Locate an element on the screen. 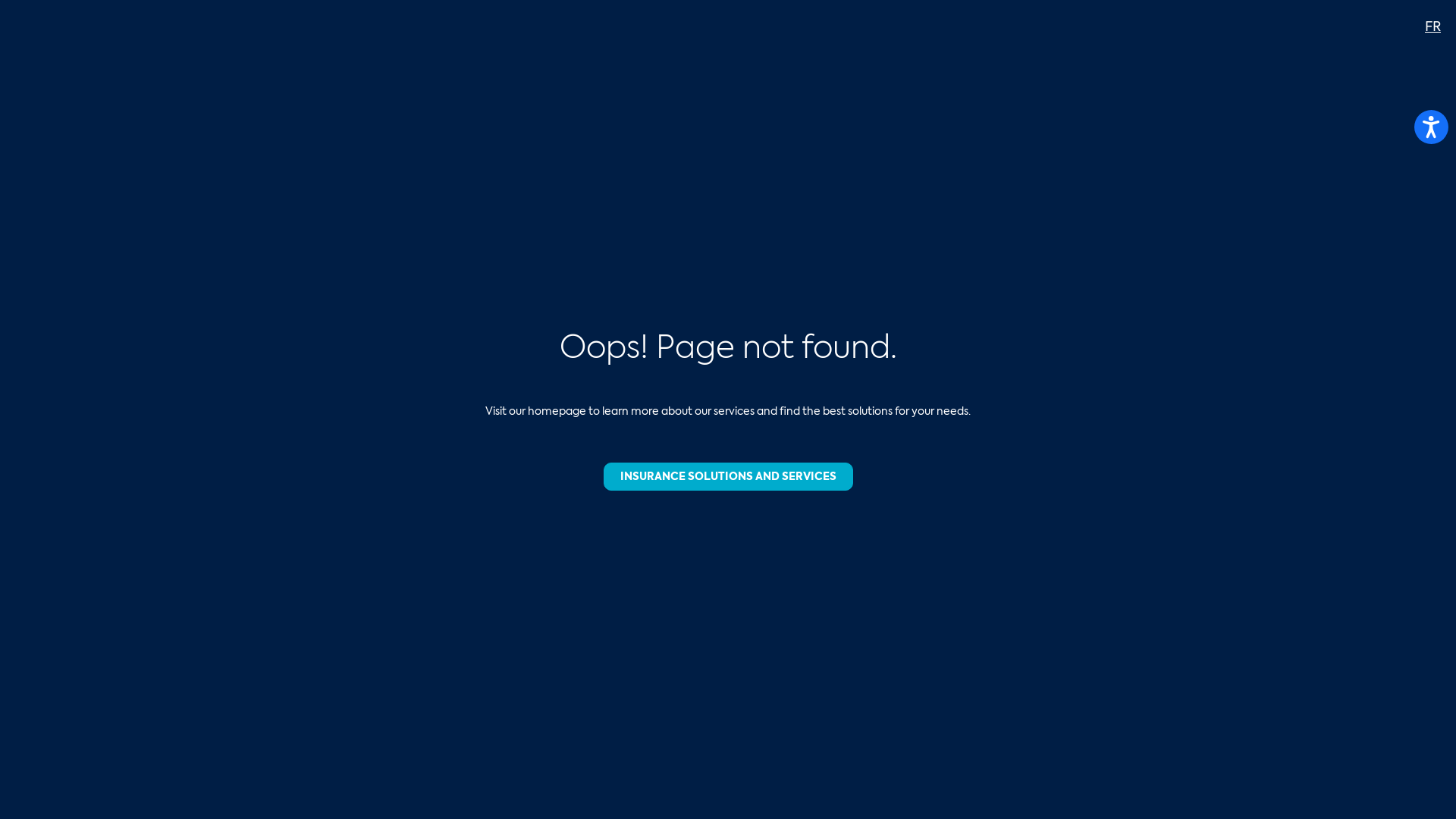 Image resolution: width=1456 pixels, height=819 pixels. 'INSURANCE SOLUTIONS AND SERVICES' is located at coordinates (728, 475).